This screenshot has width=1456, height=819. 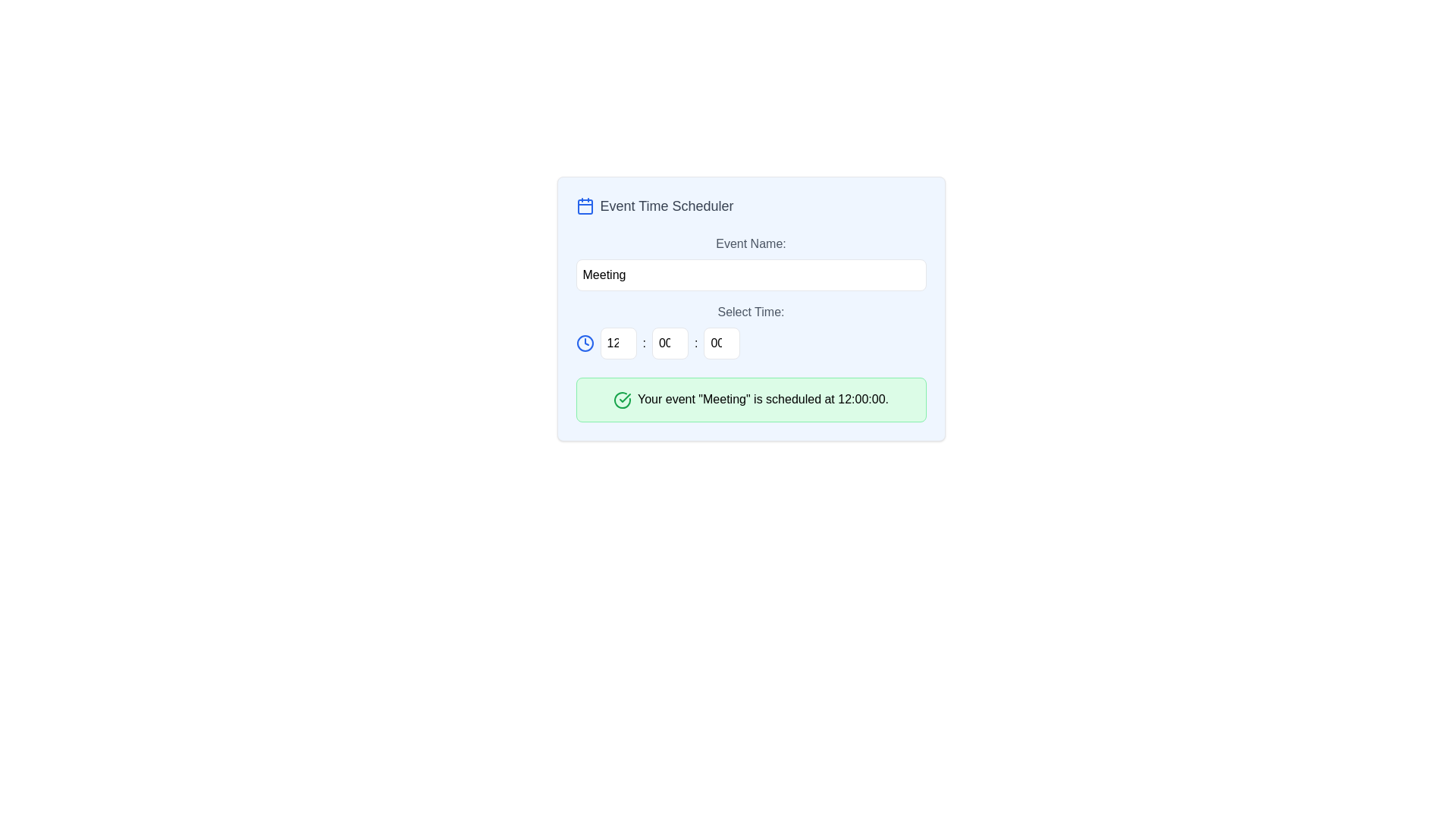 What do you see at coordinates (721, 343) in the screenshot?
I see `the third number input field in the 'Select Time' section, which allows users to enter or modify the seconds component of a time value` at bounding box center [721, 343].